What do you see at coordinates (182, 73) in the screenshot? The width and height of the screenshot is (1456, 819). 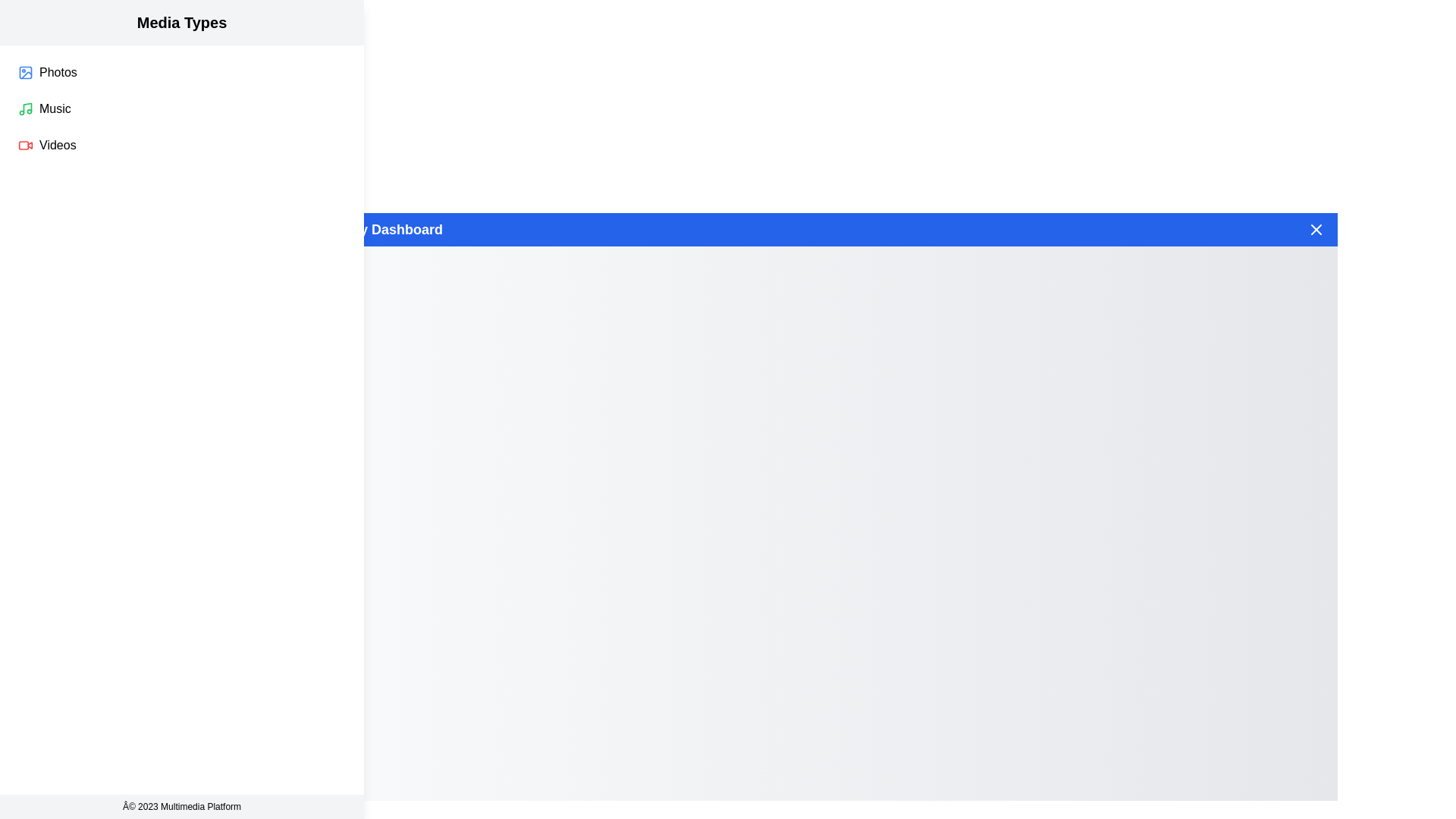 I see `the 'Photos' navigation menu item to observe the background change effect` at bounding box center [182, 73].